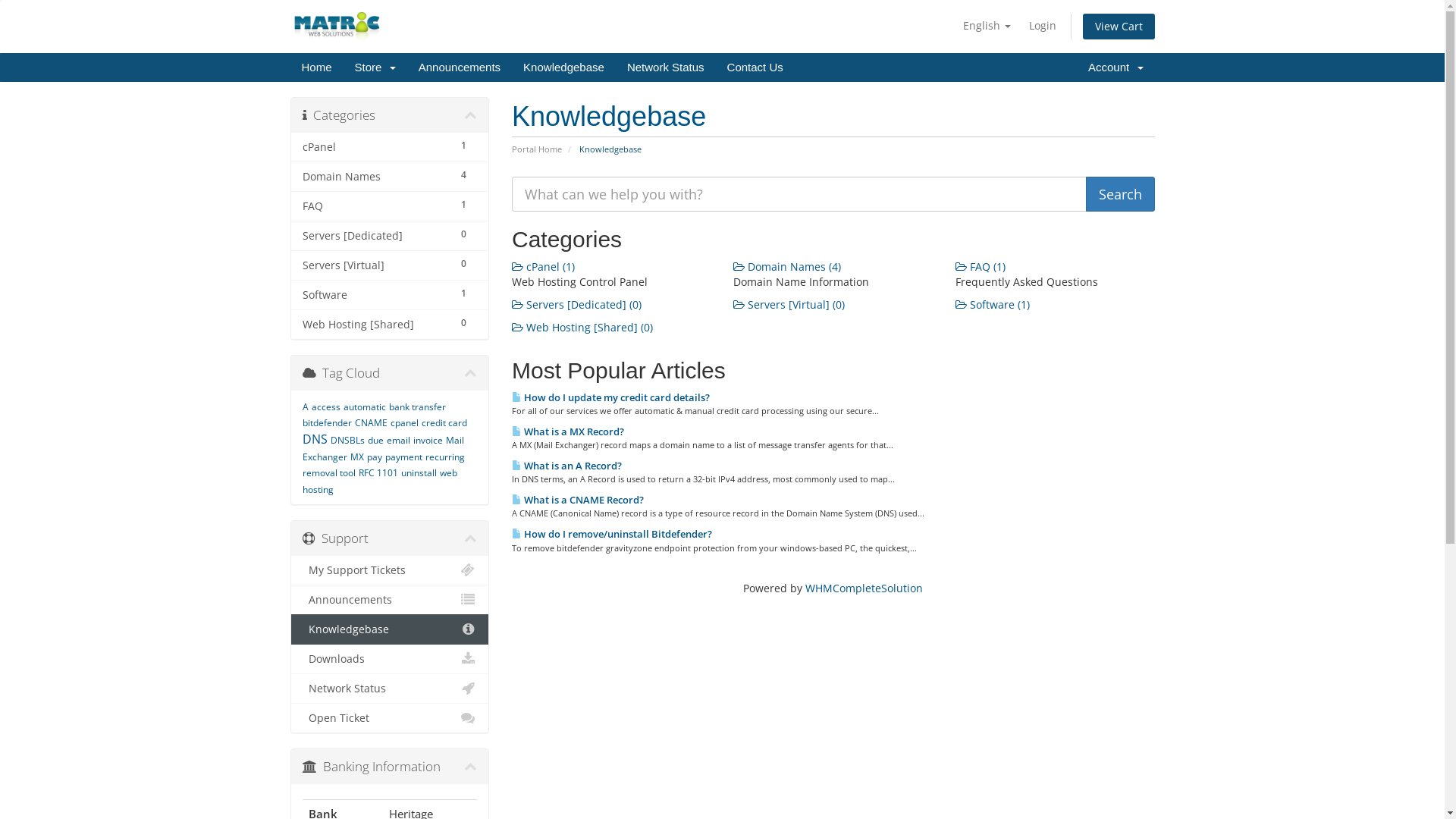  Describe the element at coordinates (390, 629) in the screenshot. I see `'  Knowledgebase'` at that location.